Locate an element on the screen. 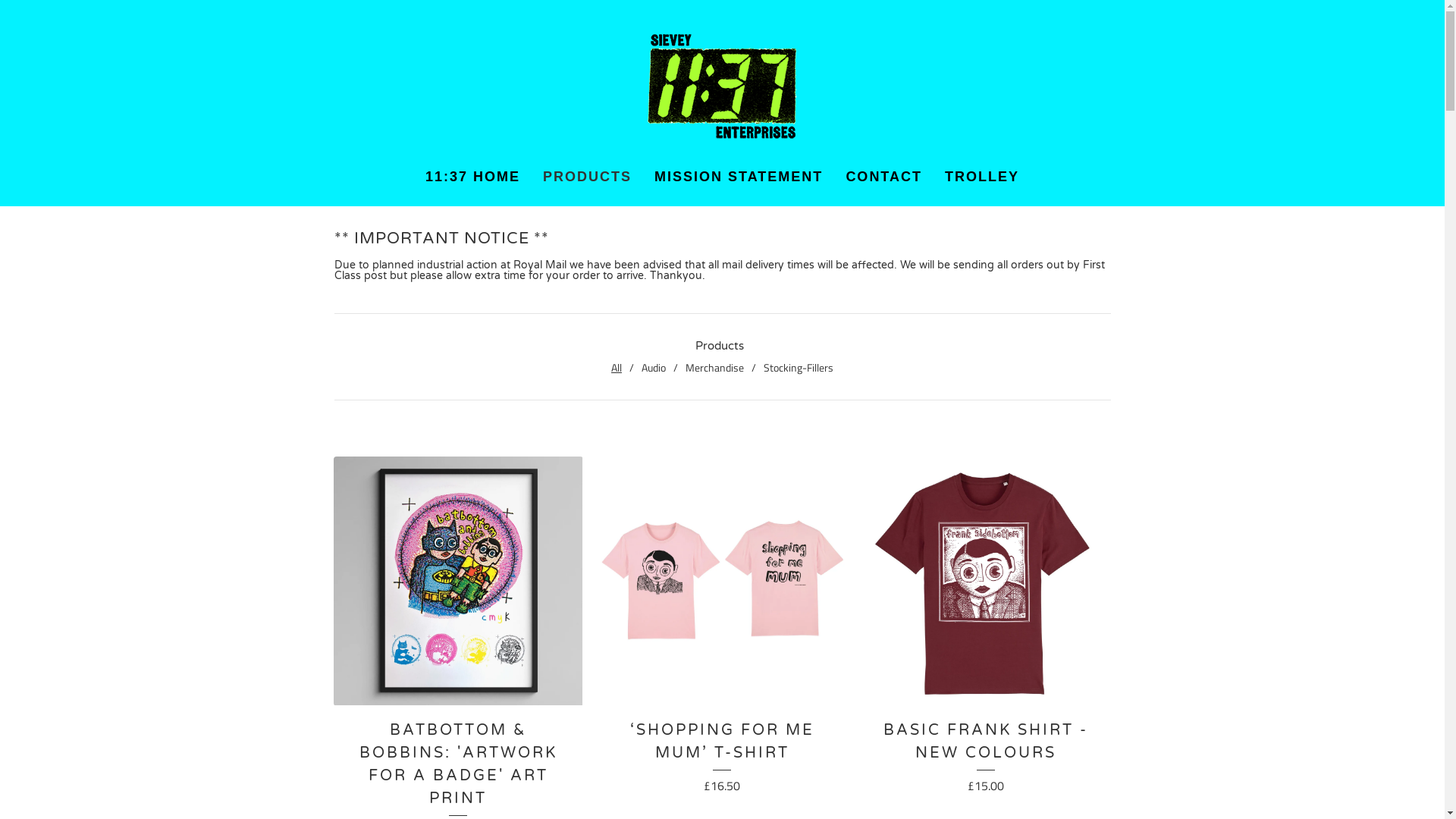 The width and height of the screenshot is (1456, 819). '11:37 HOME' is located at coordinates (472, 175).